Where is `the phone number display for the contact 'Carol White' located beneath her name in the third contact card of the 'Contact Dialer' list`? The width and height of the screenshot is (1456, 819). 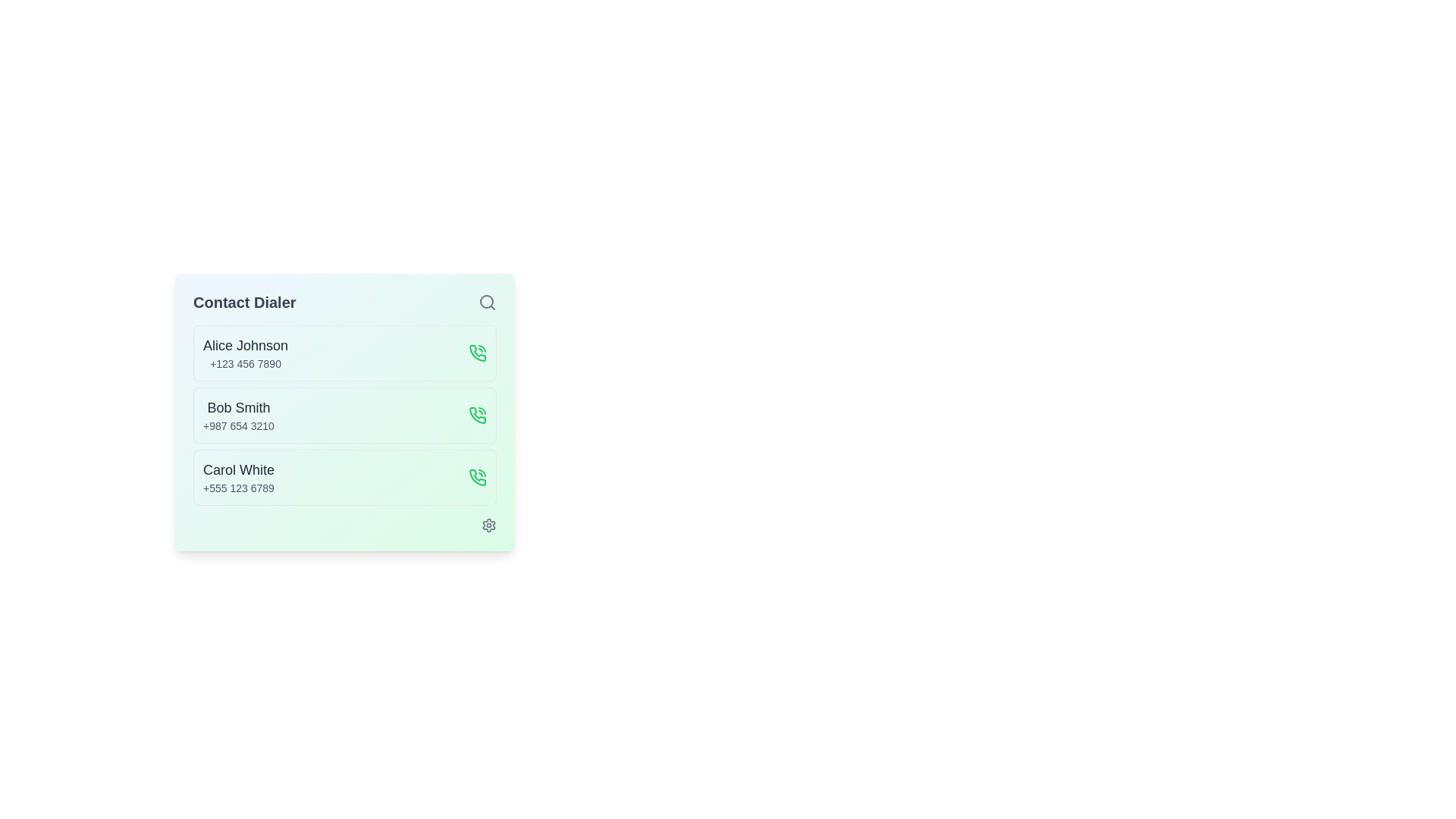
the phone number display for the contact 'Carol White' located beneath her name in the third contact card of the 'Contact Dialer' list is located at coordinates (238, 488).